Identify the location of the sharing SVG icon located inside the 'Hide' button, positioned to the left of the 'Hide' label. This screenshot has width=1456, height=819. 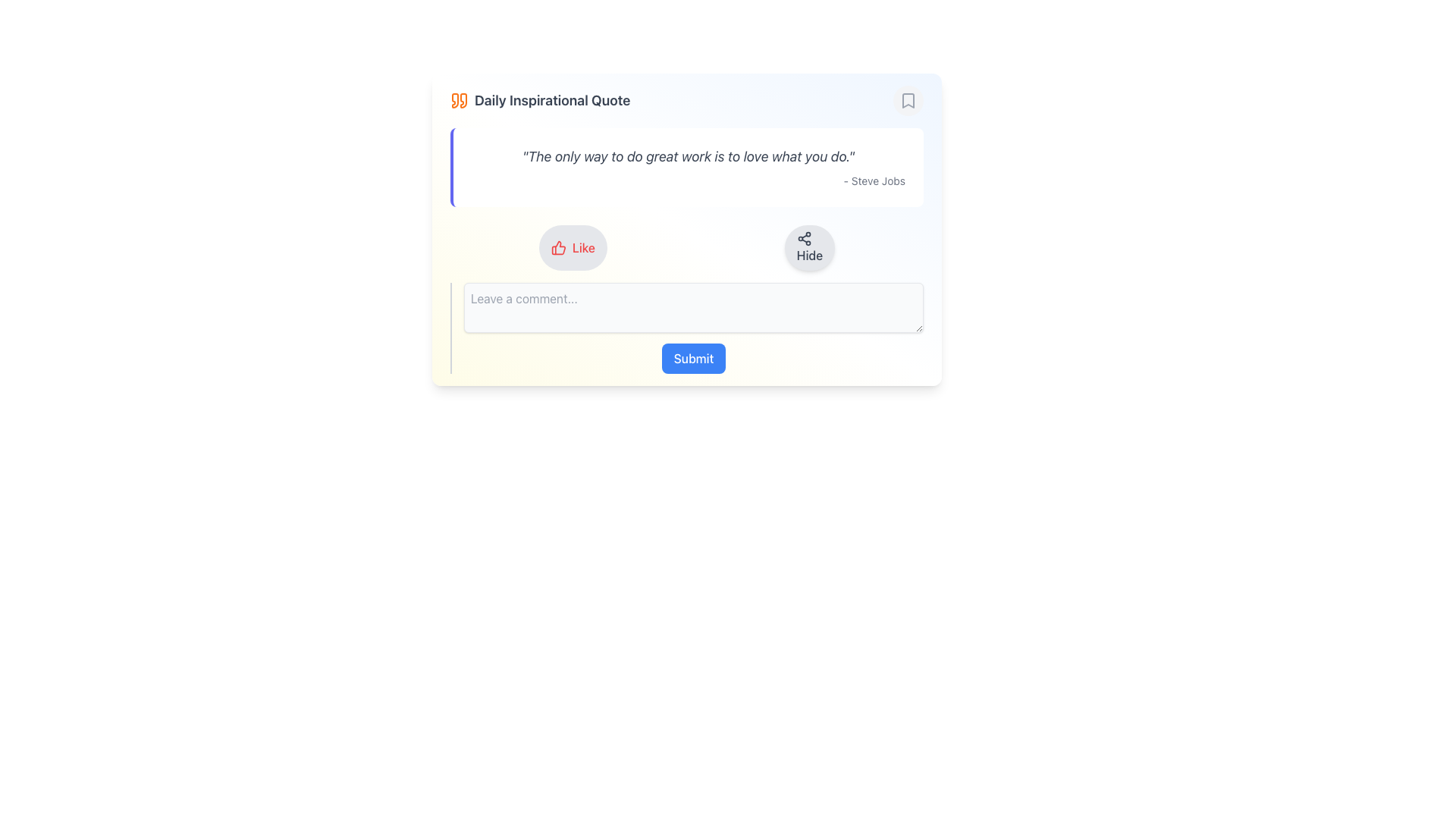
(803, 239).